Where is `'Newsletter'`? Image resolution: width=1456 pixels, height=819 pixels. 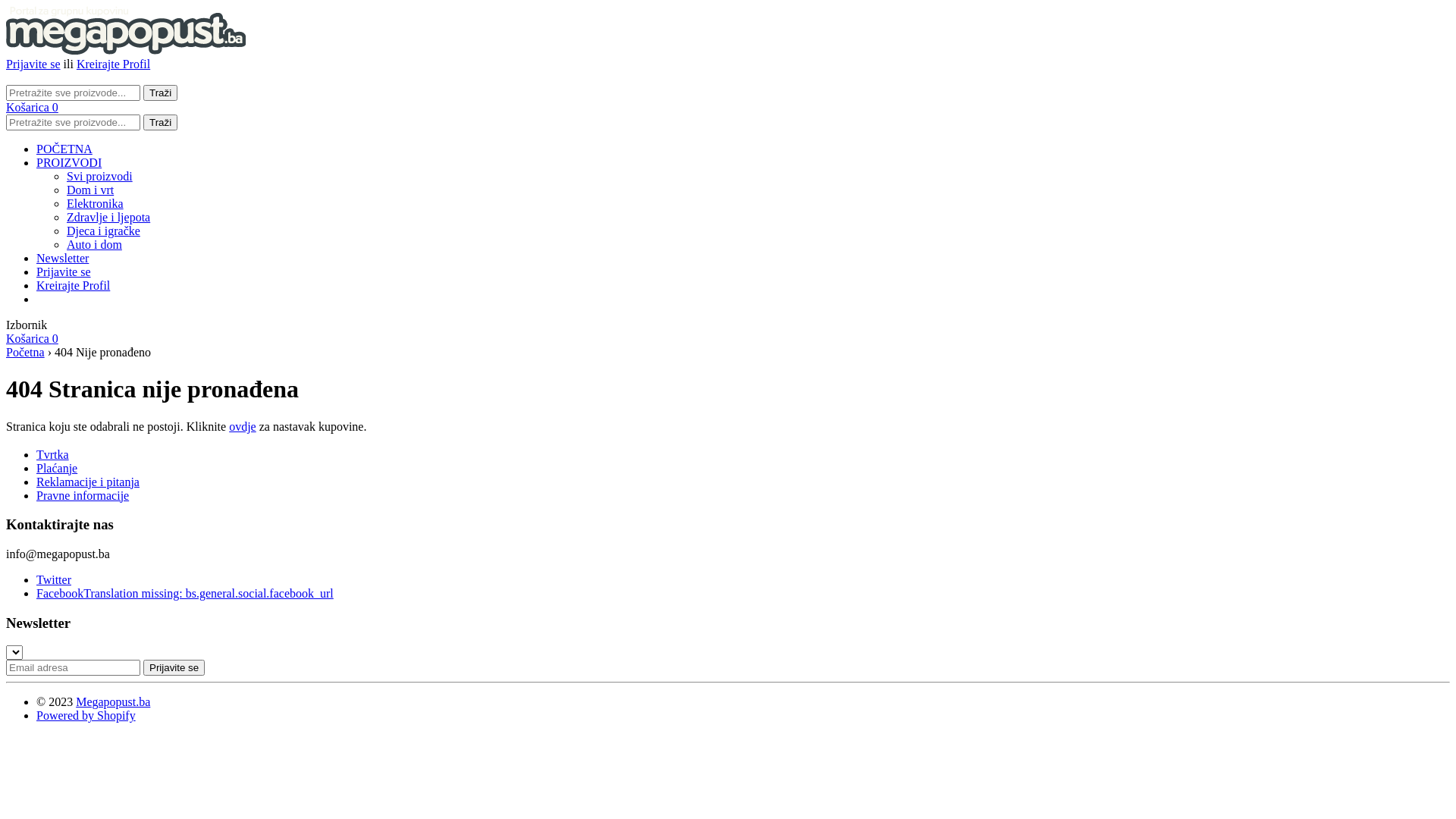
'Newsletter' is located at coordinates (61, 257).